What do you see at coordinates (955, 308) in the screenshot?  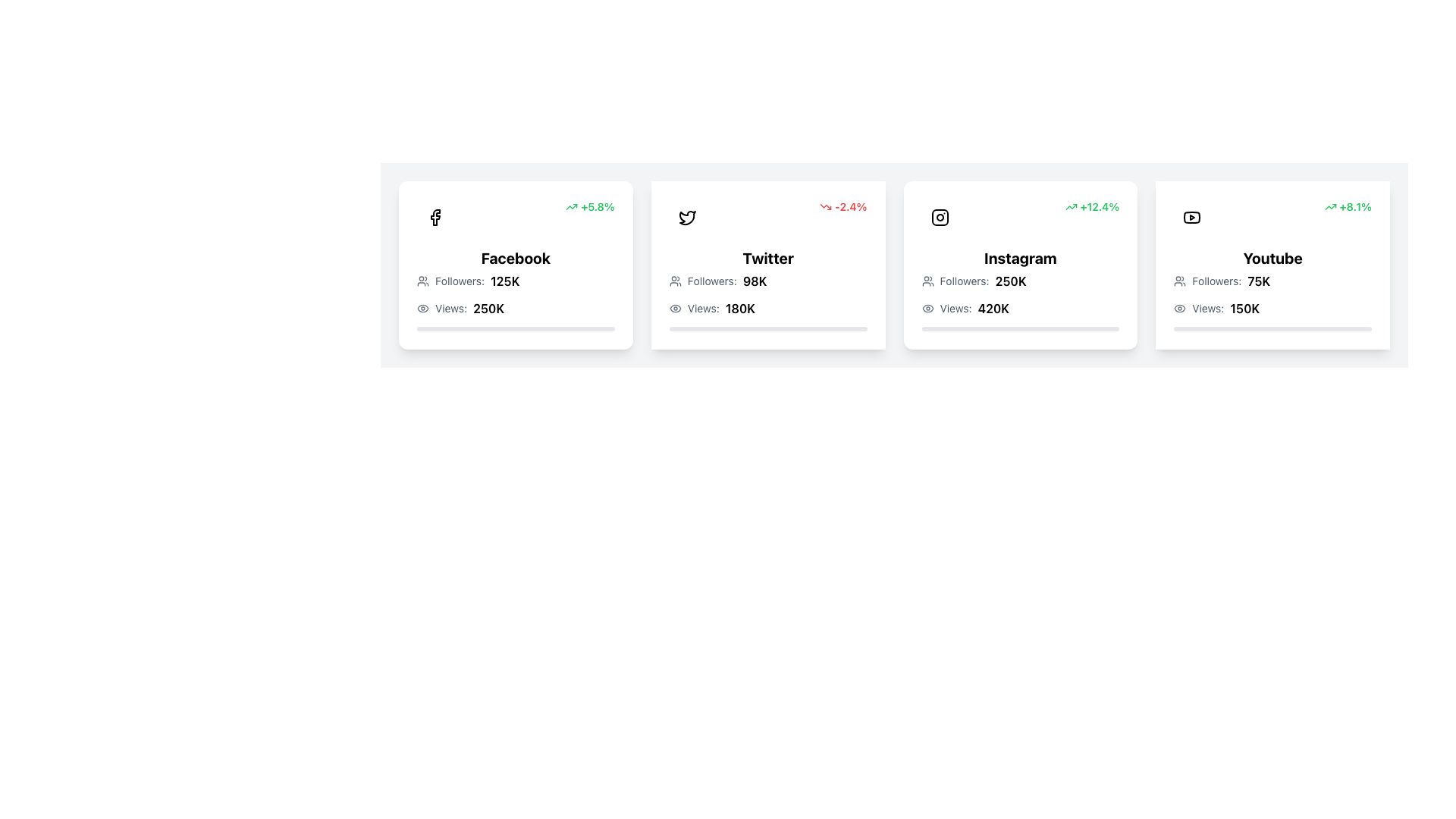 I see `the text label displaying 'Views:', which is styled in gray and positioned next to the number '420K' on the Instagram card` at bounding box center [955, 308].